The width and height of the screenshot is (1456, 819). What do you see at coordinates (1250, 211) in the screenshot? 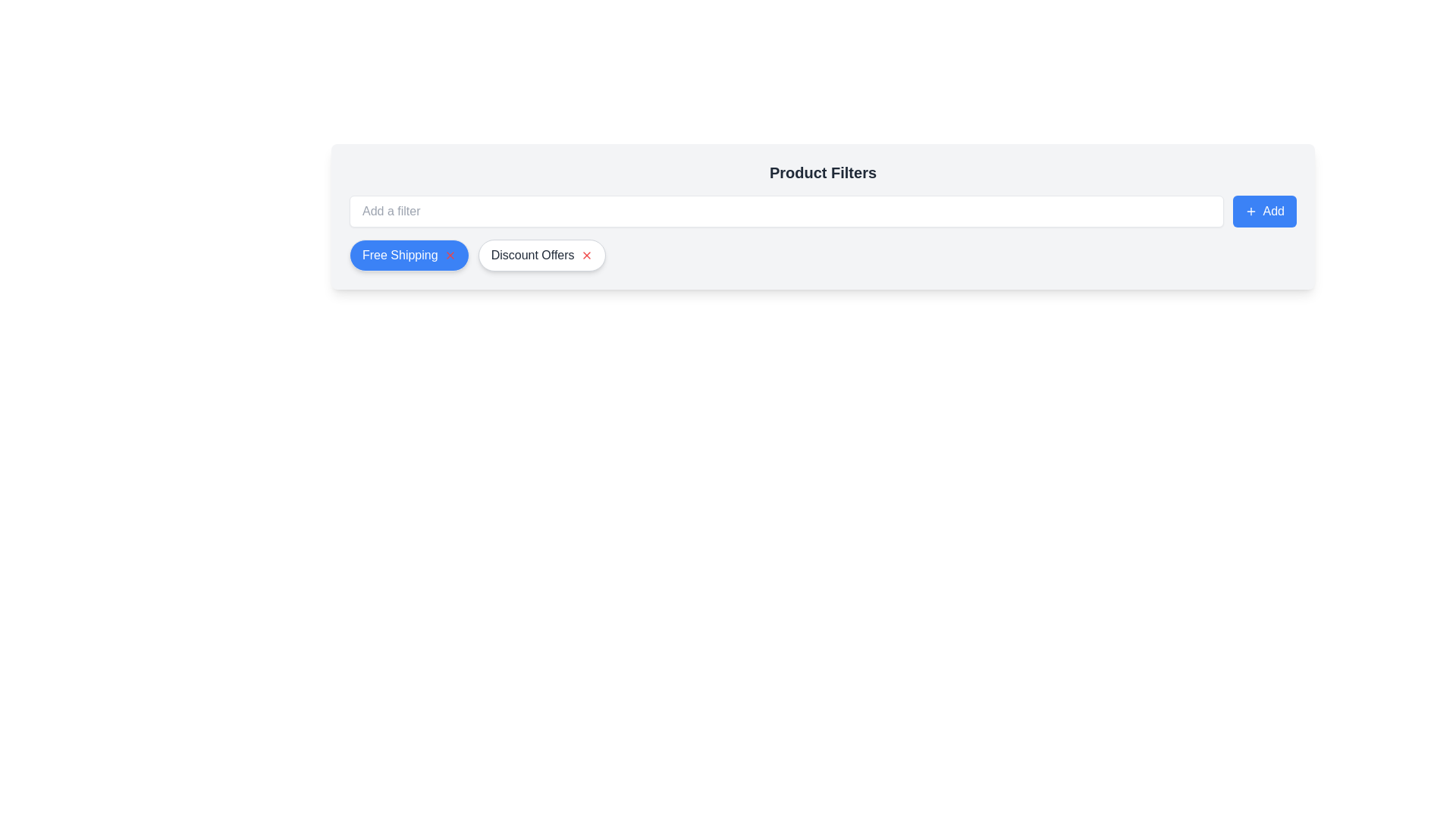
I see `the blue button labeled 'Add' which contains the icon for adding a new item or filter` at bounding box center [1250, 211].